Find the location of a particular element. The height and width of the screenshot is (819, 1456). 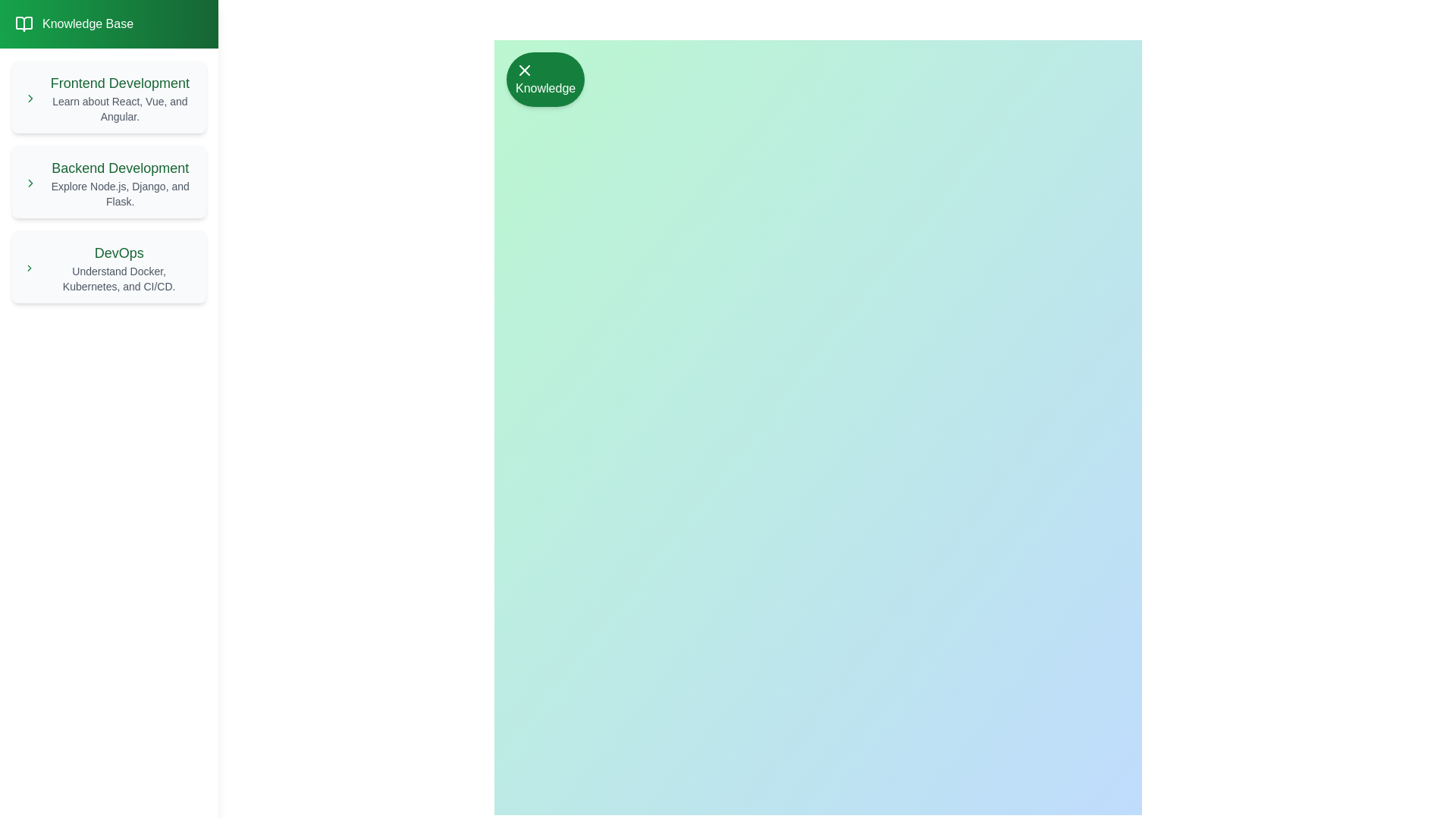

the list item corresponding to Frontend Development is located at coordinates (108, 96).